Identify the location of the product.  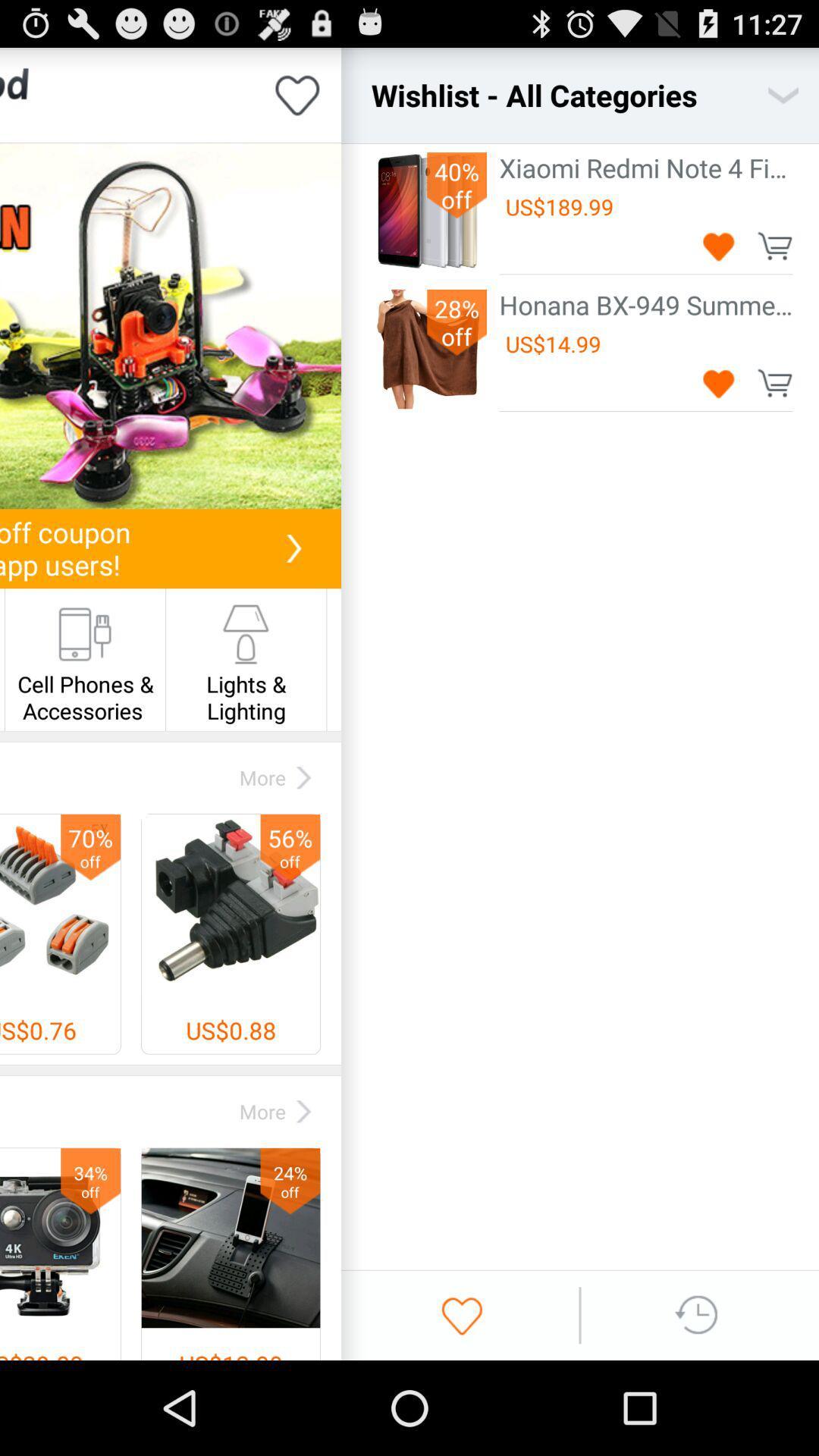
(718, 383).